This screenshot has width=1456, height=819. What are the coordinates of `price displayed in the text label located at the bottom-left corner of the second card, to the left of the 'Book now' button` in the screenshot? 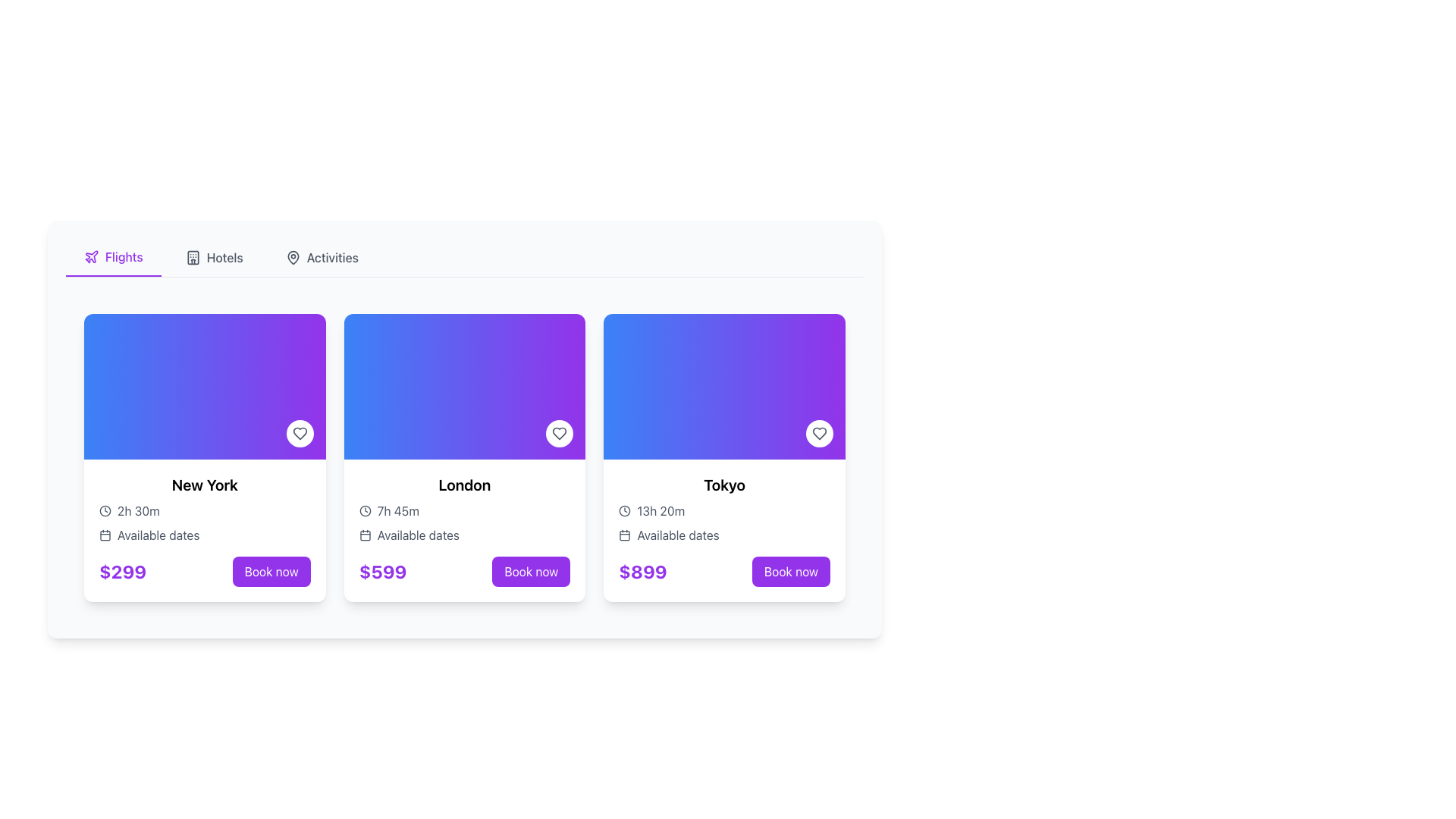 It's located at (382, 571).